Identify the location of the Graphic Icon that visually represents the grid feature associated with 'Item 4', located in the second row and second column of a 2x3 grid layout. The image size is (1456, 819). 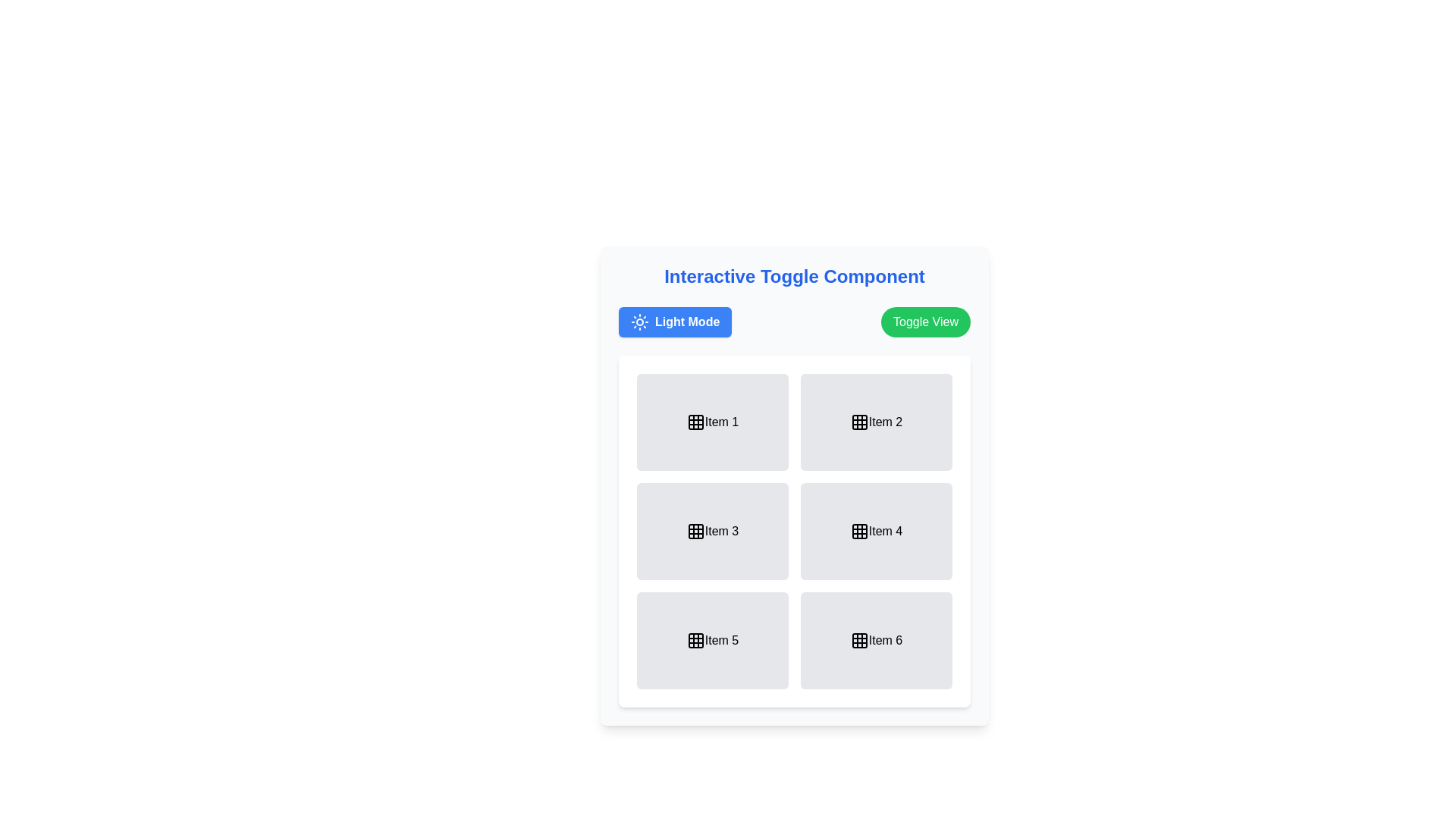
(859, 531).